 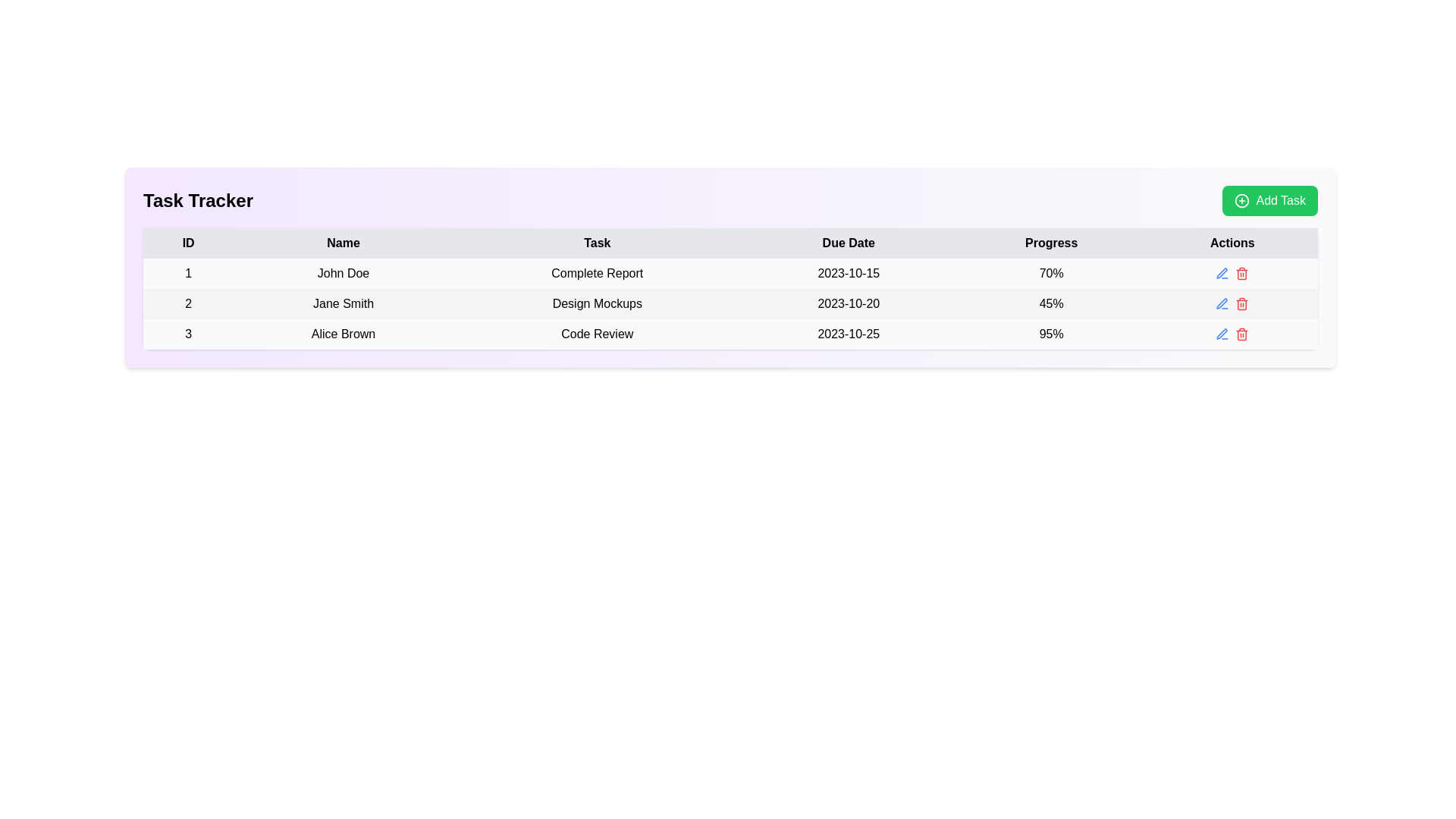 What do you see at coordinates (1222, 304) in the screenshot?
I see `the editing button in the 'Actions' column of the second row in the data table to initiate editing` at bounding box center [1222, 304].